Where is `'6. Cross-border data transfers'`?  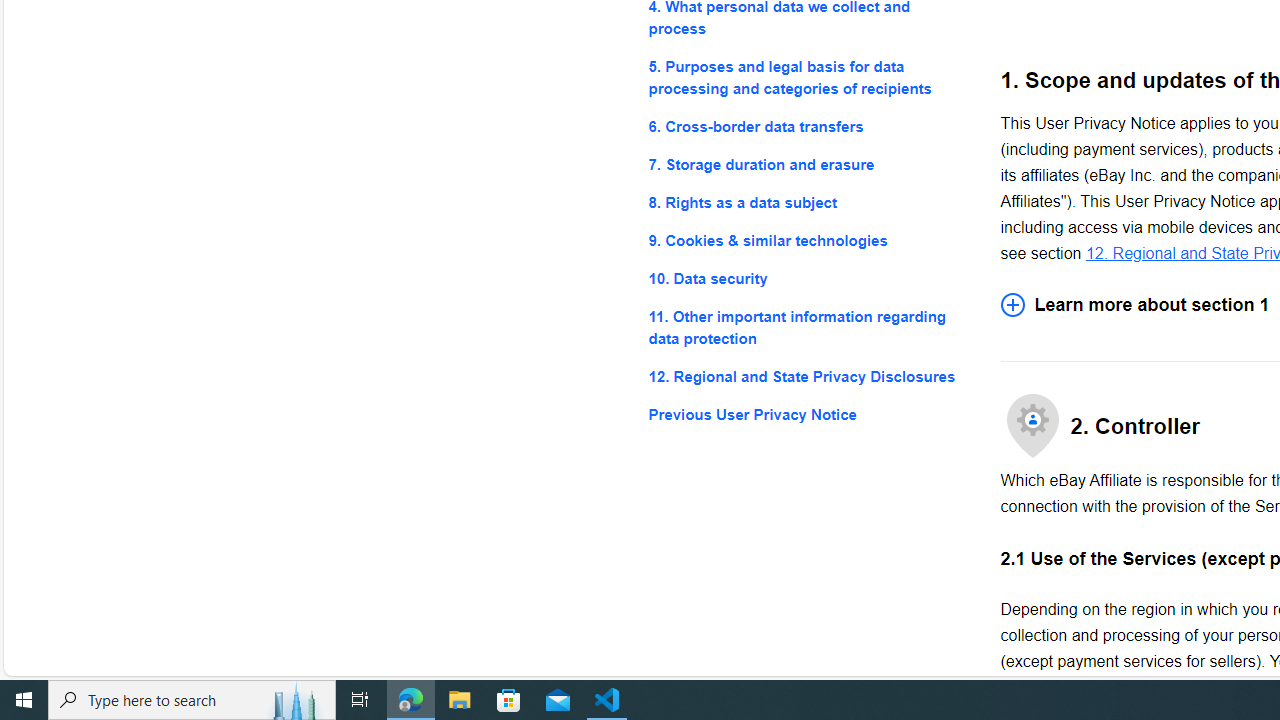 '6. Cross-border data transfers' is located at coordinates (808, 126).